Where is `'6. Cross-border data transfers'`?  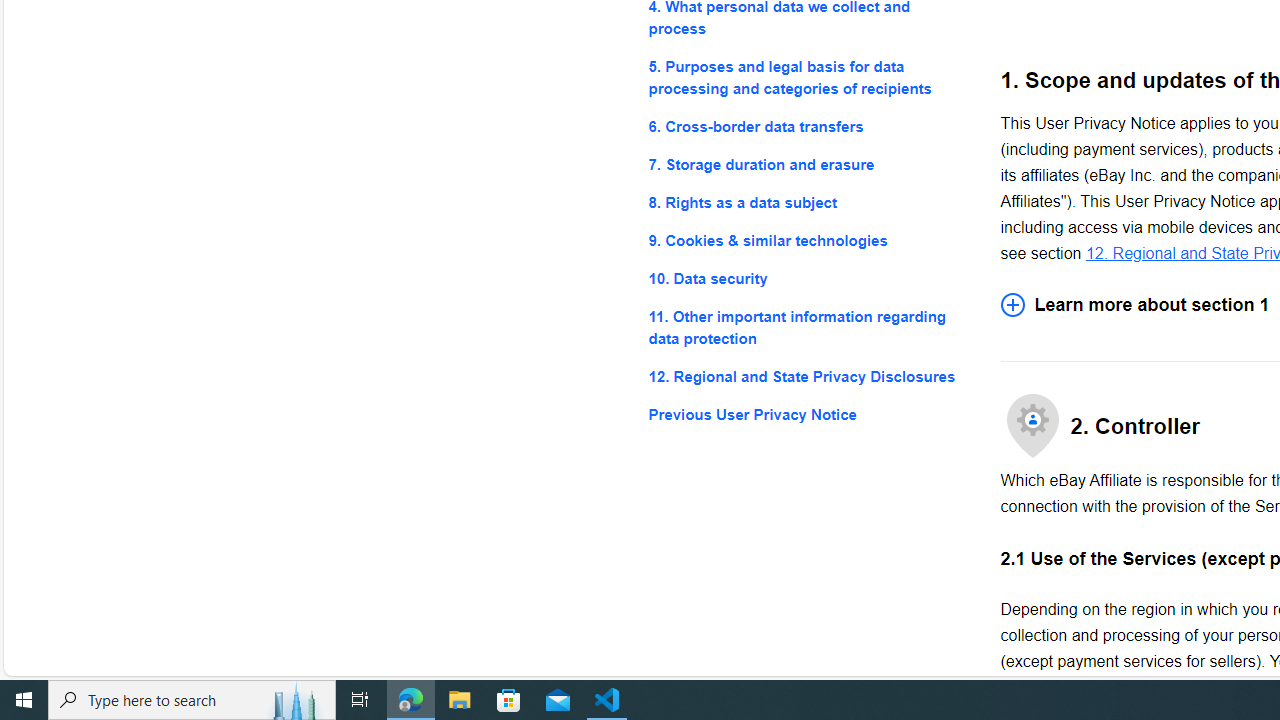 '6. Cross-border data transfers' is located at coordinates (808, 126).